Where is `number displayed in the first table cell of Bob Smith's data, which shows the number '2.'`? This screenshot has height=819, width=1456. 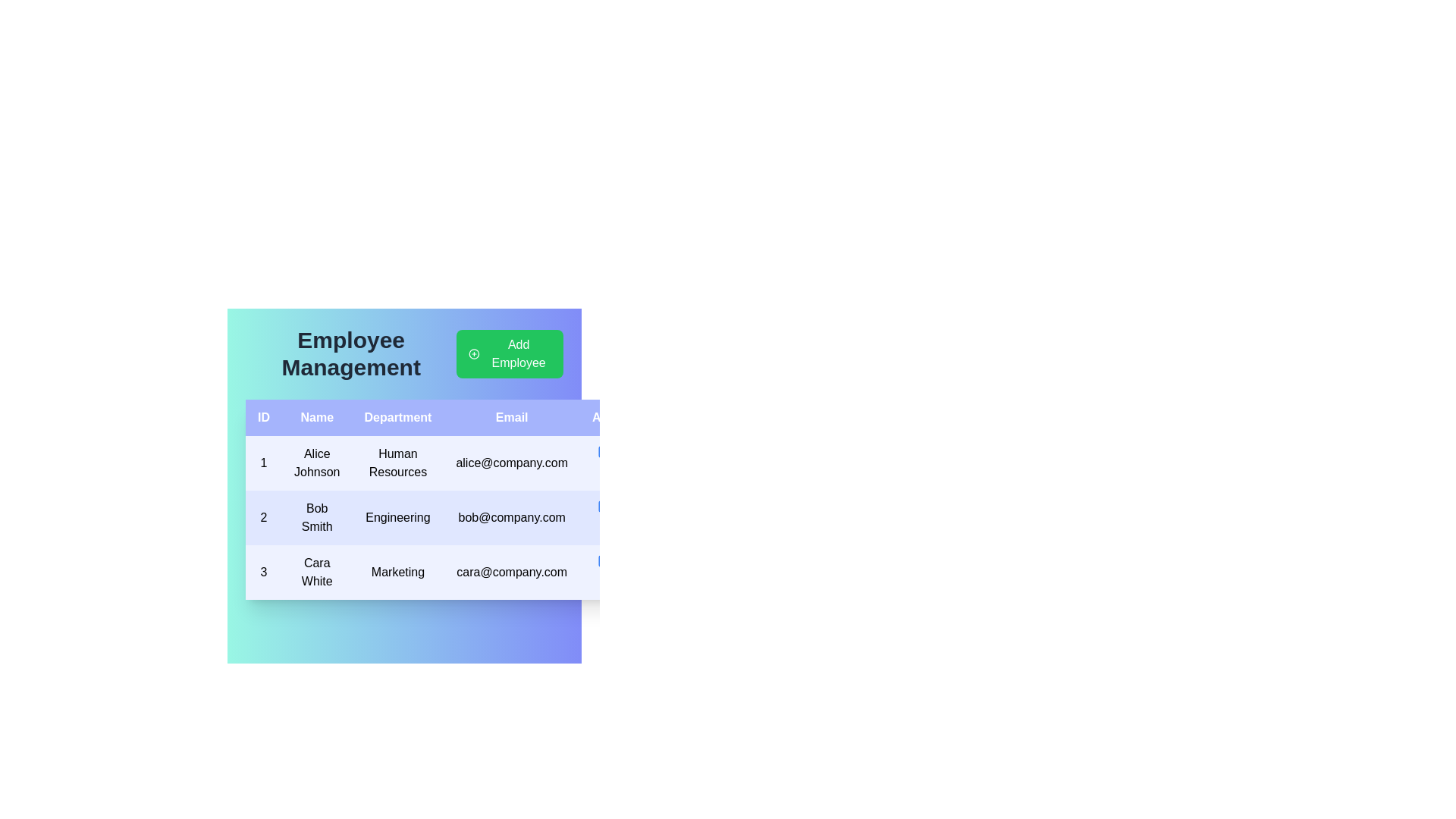 number displayed in the first table cell of Bob Smith's data, which shows the number '2.' is located at coordinates (263, 516).